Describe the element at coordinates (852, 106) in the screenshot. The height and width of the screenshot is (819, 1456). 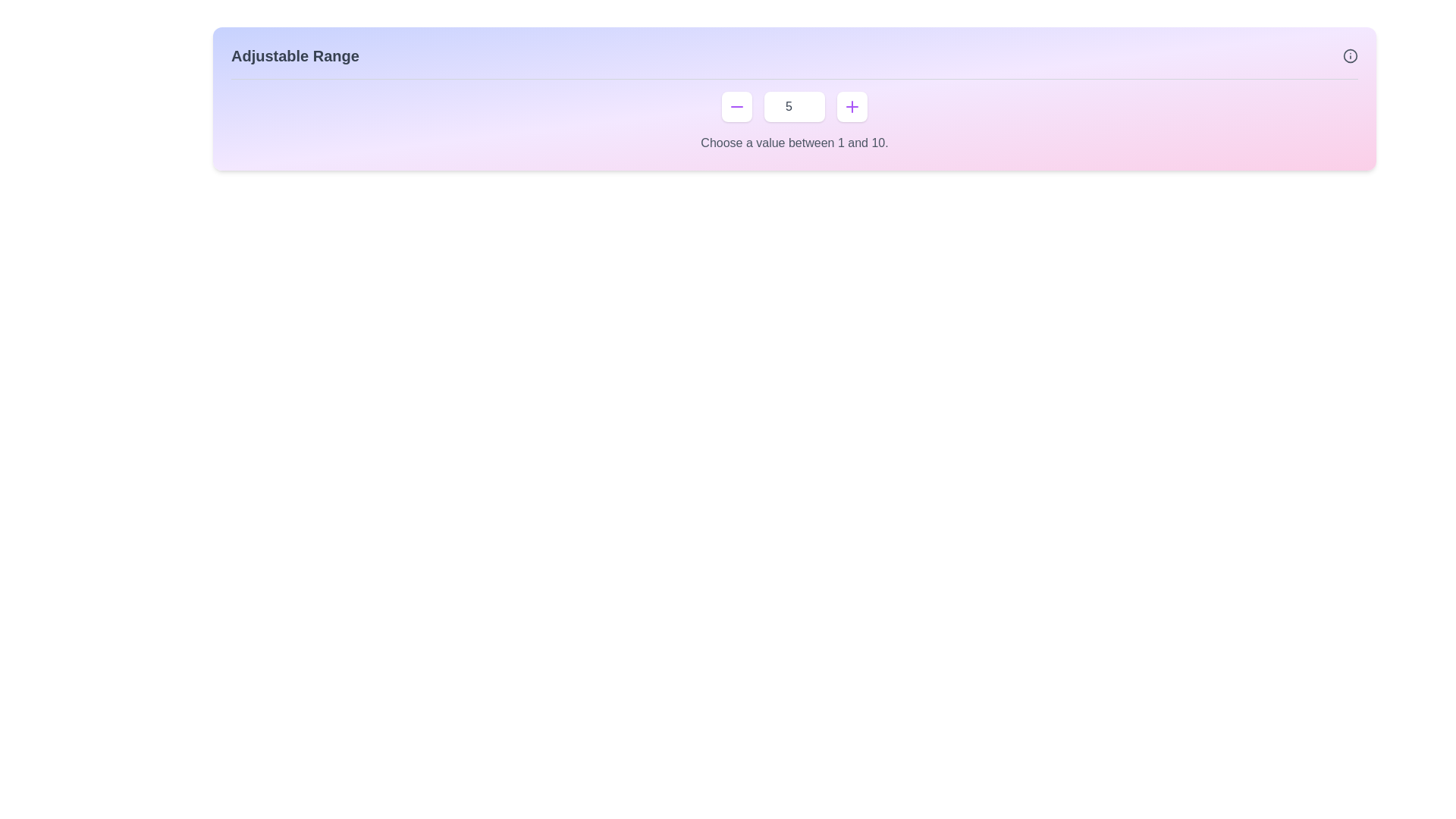
I see `the third button in the horizontal group of increment buttons, positioned to the right of the input field displaying the value '5'` at that location.